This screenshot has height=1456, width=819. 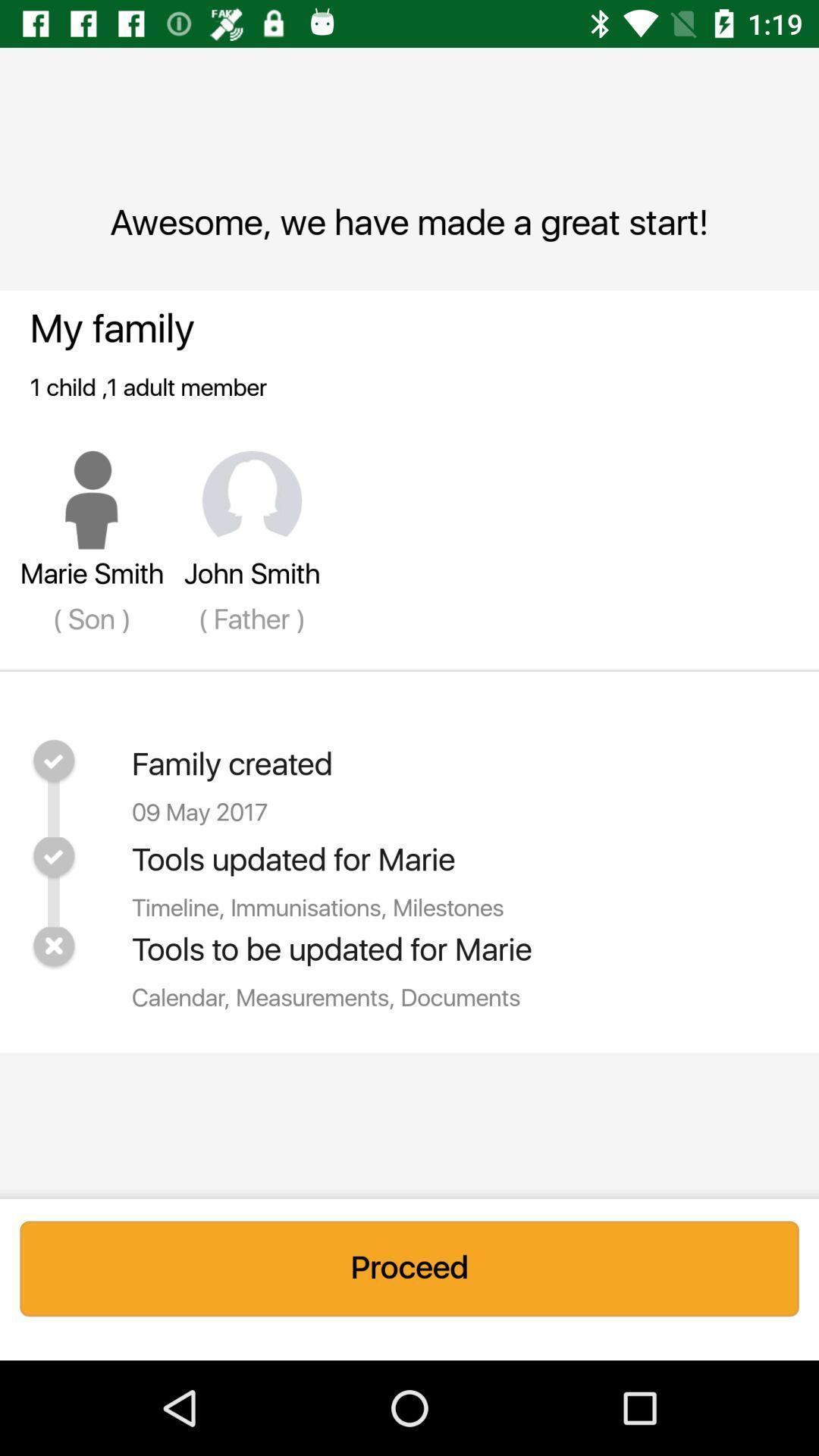 What do you see at coordinates (409, 1269) in the screenshot?
I see `item below calendar, measurements, documents` at bounding box center [409, 1269].